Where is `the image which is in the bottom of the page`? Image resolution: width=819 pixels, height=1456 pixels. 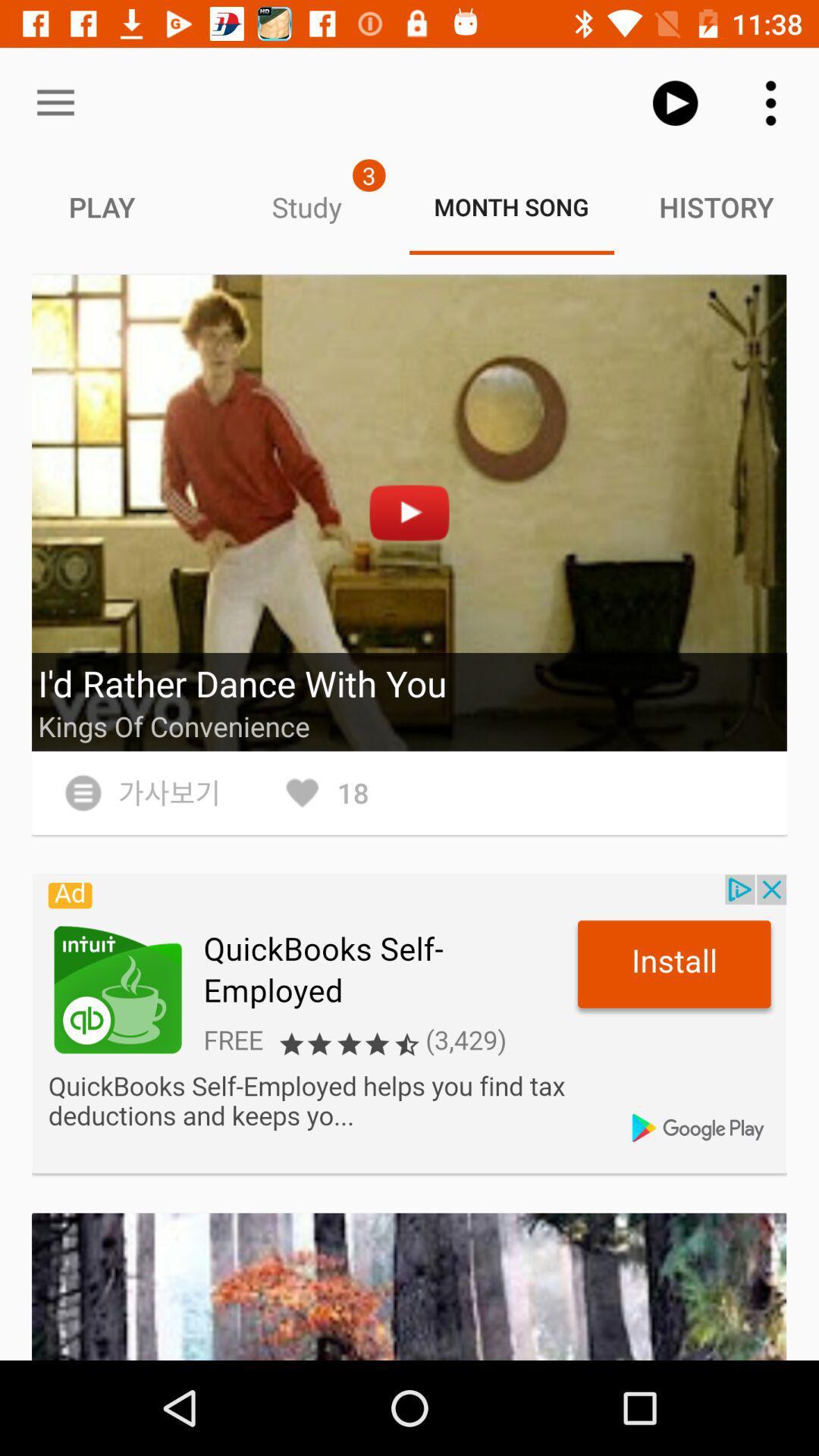
the image which is in the bottom of the page is located at coordinates (409, 1286).